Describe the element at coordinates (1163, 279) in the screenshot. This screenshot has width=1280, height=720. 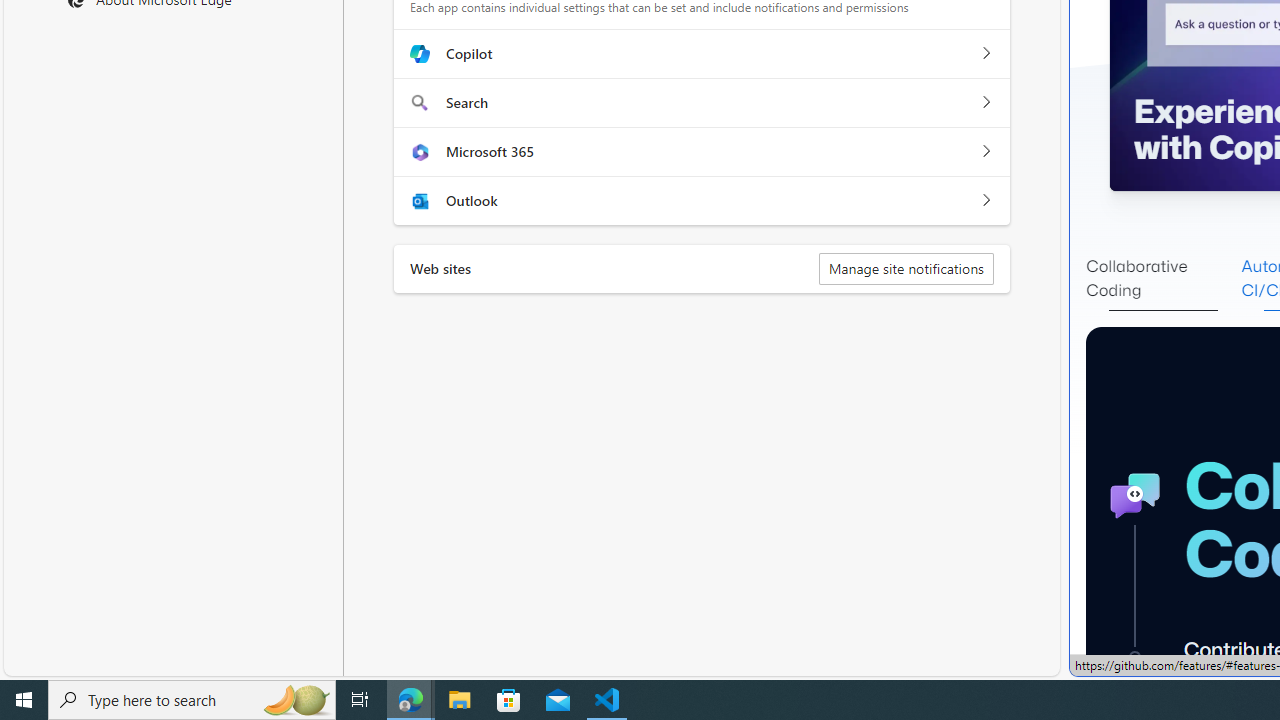
I see `'Collaborative Coding'` at that location.